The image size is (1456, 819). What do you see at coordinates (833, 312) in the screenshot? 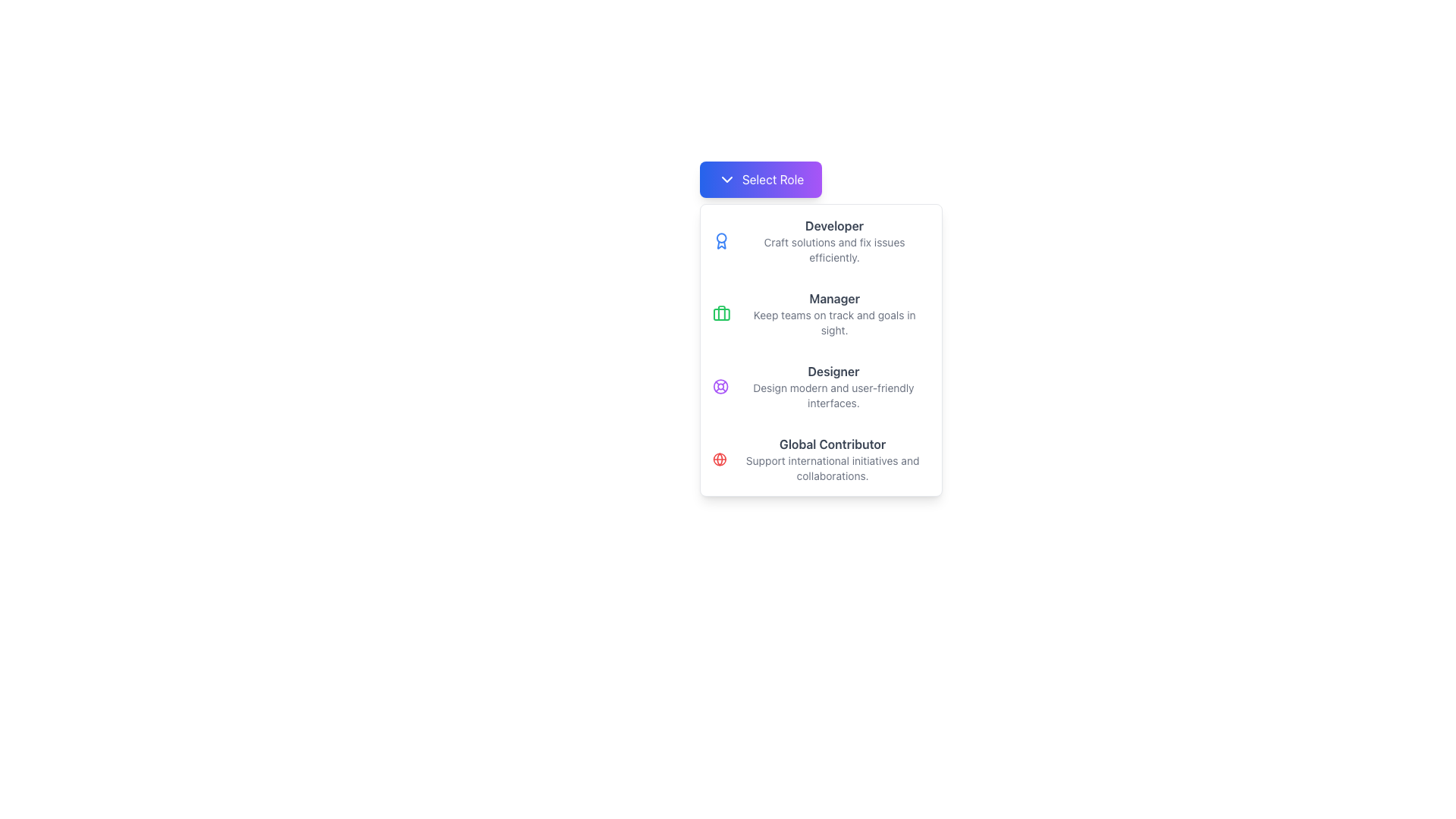
I see `the 'Manager' role text label in the dropdown card` at bounding box center [833, 312].